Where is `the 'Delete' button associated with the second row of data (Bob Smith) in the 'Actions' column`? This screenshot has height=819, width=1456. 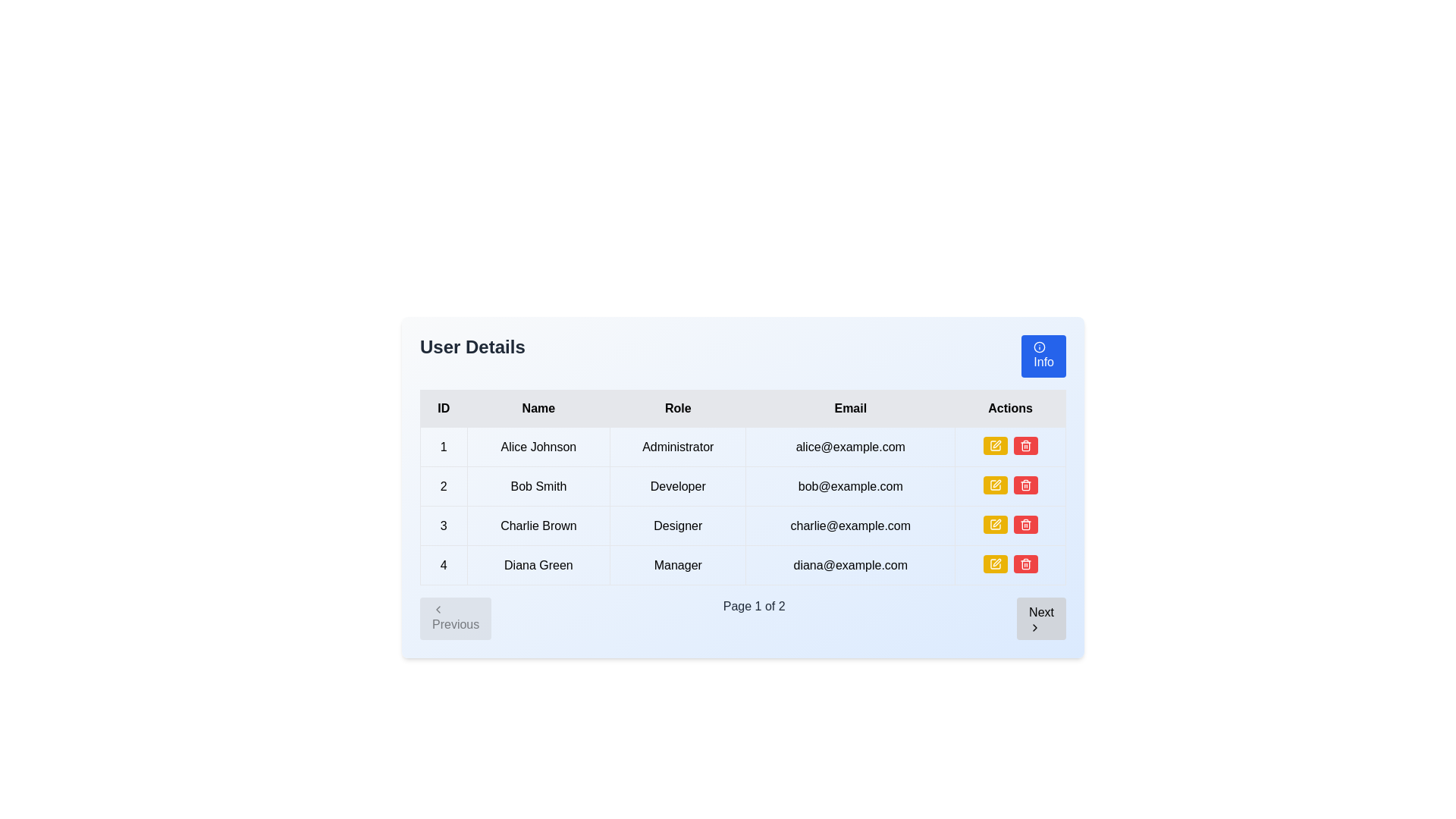
the 'Delete' button associated with the second row of data (Bob Smith) in the 'Actions' column is located at coordinates (1025, 444).